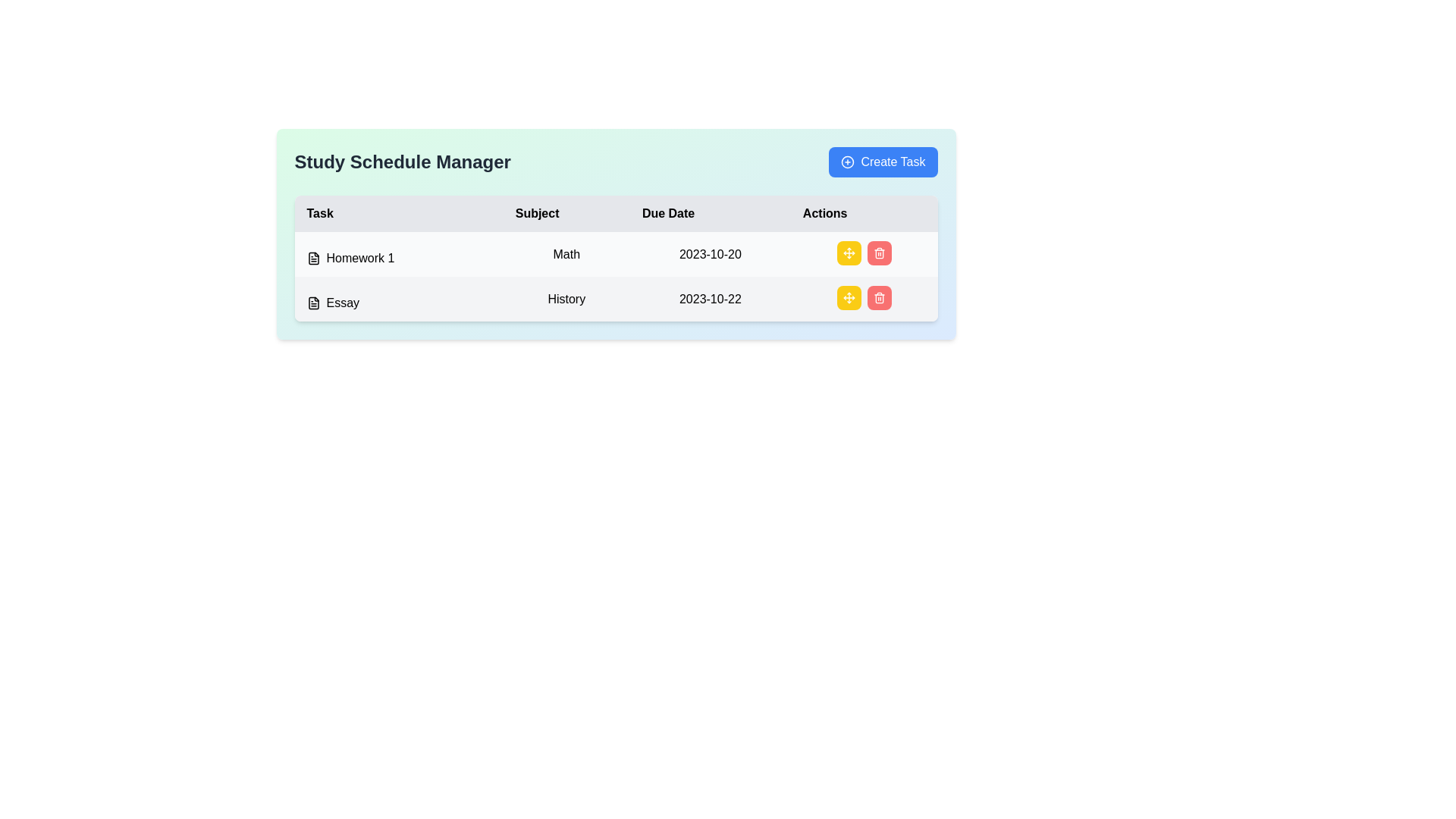 This screenshot has height=819, width=1456. Describe the element at coordinates (848, 253) in the screenshot. I see `the move button in the Actions column of the lower table row, which has a yellow background indicating interactivity` at that location.